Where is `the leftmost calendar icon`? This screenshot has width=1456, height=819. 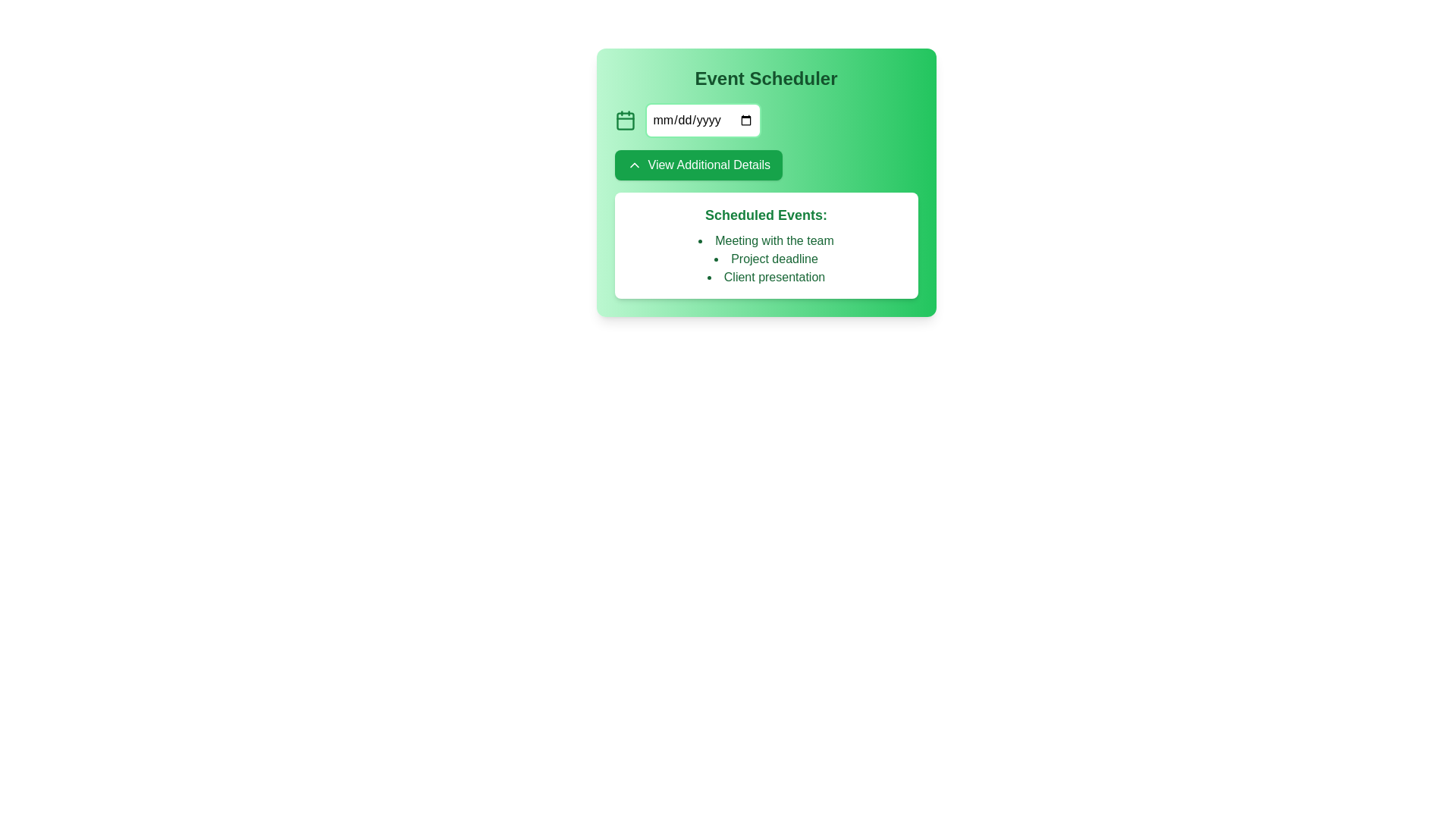
the leftmost calendar icon is located at coordinates (625, 119).